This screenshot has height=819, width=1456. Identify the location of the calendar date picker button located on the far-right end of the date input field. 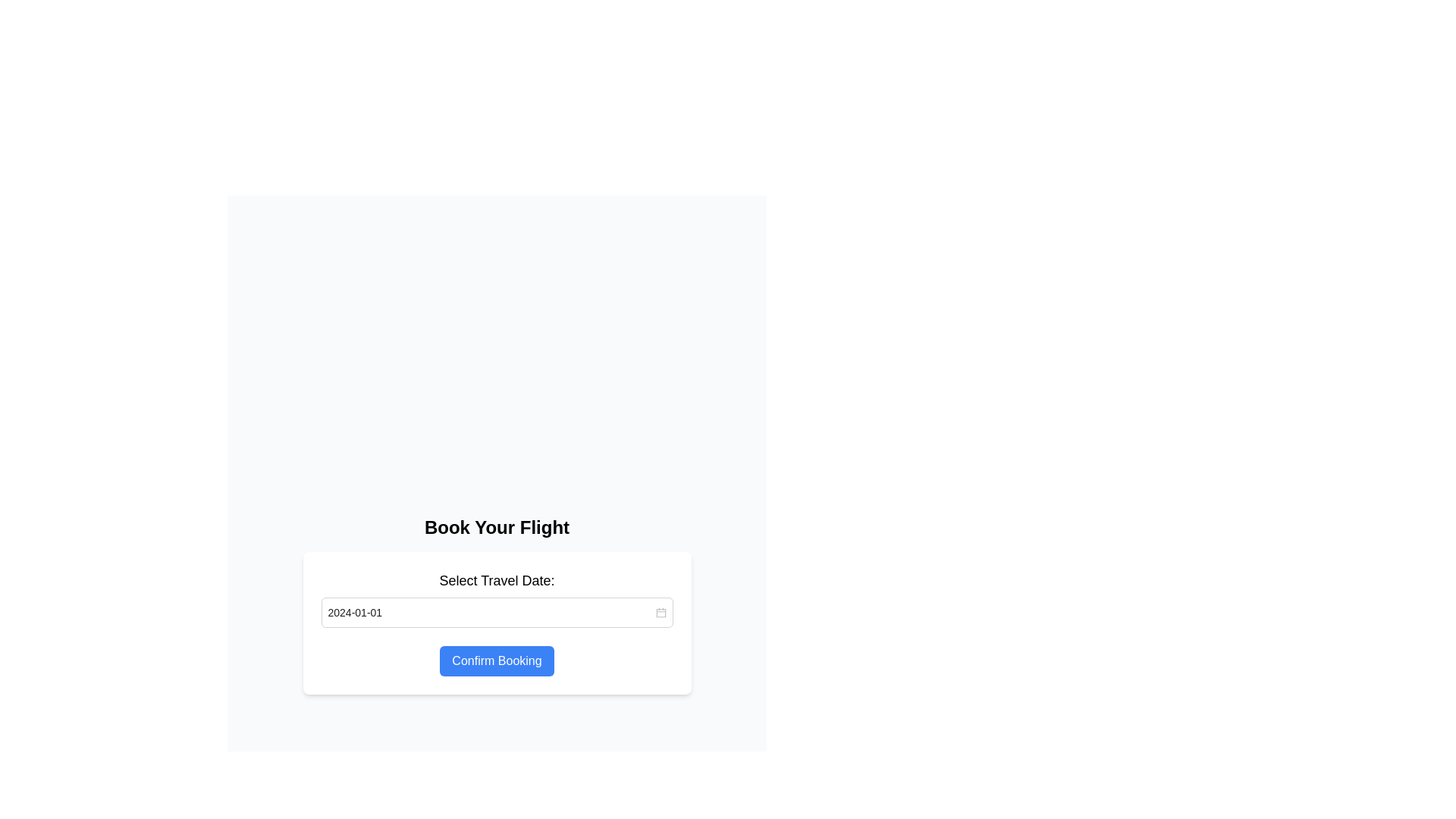
(661, 611).